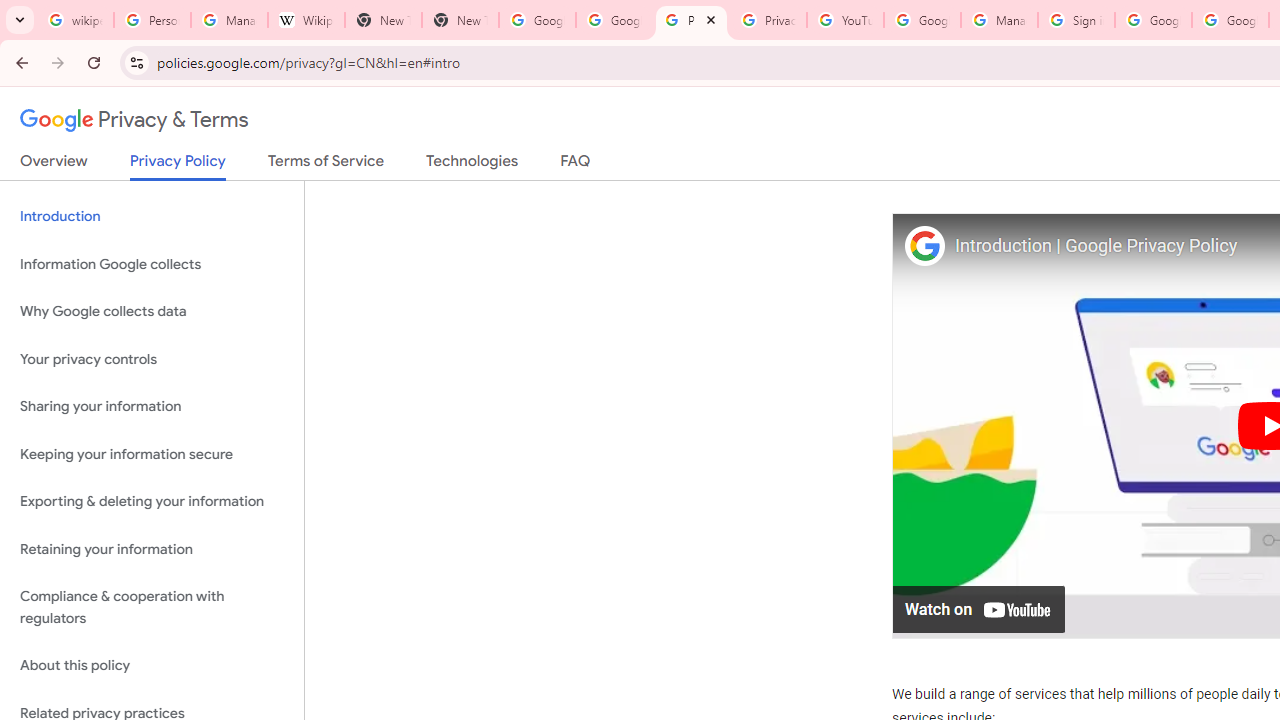 This screenshot has height=720, width=1280. What do you see at coordinates (151, 20) in the screenshot?
I see `'Personalization & Google Search results - Google Search Help'` at bounding box center [151, 20].